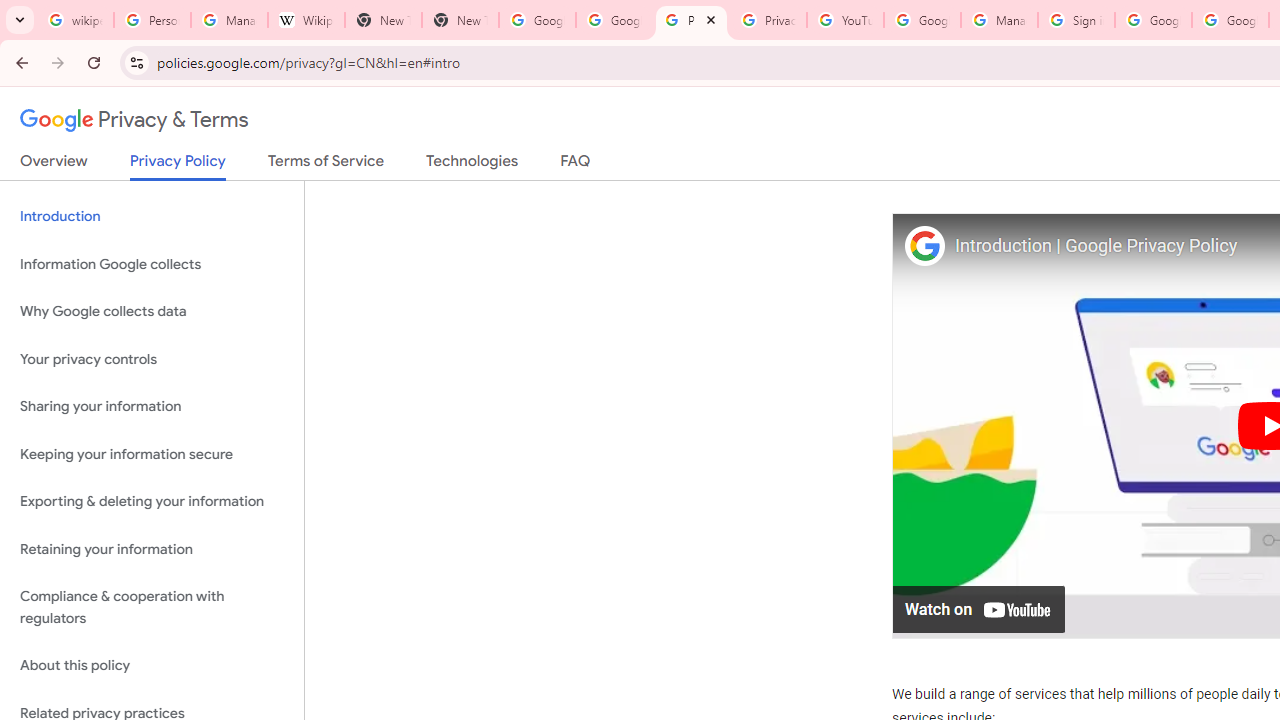 This screenshot has height=720, width=1280. What do you see at coordinates (151, 20) in the screenshot?
I see `'Personalization & Google Search results - Google Search Help'` at bounding box center [151, 20].